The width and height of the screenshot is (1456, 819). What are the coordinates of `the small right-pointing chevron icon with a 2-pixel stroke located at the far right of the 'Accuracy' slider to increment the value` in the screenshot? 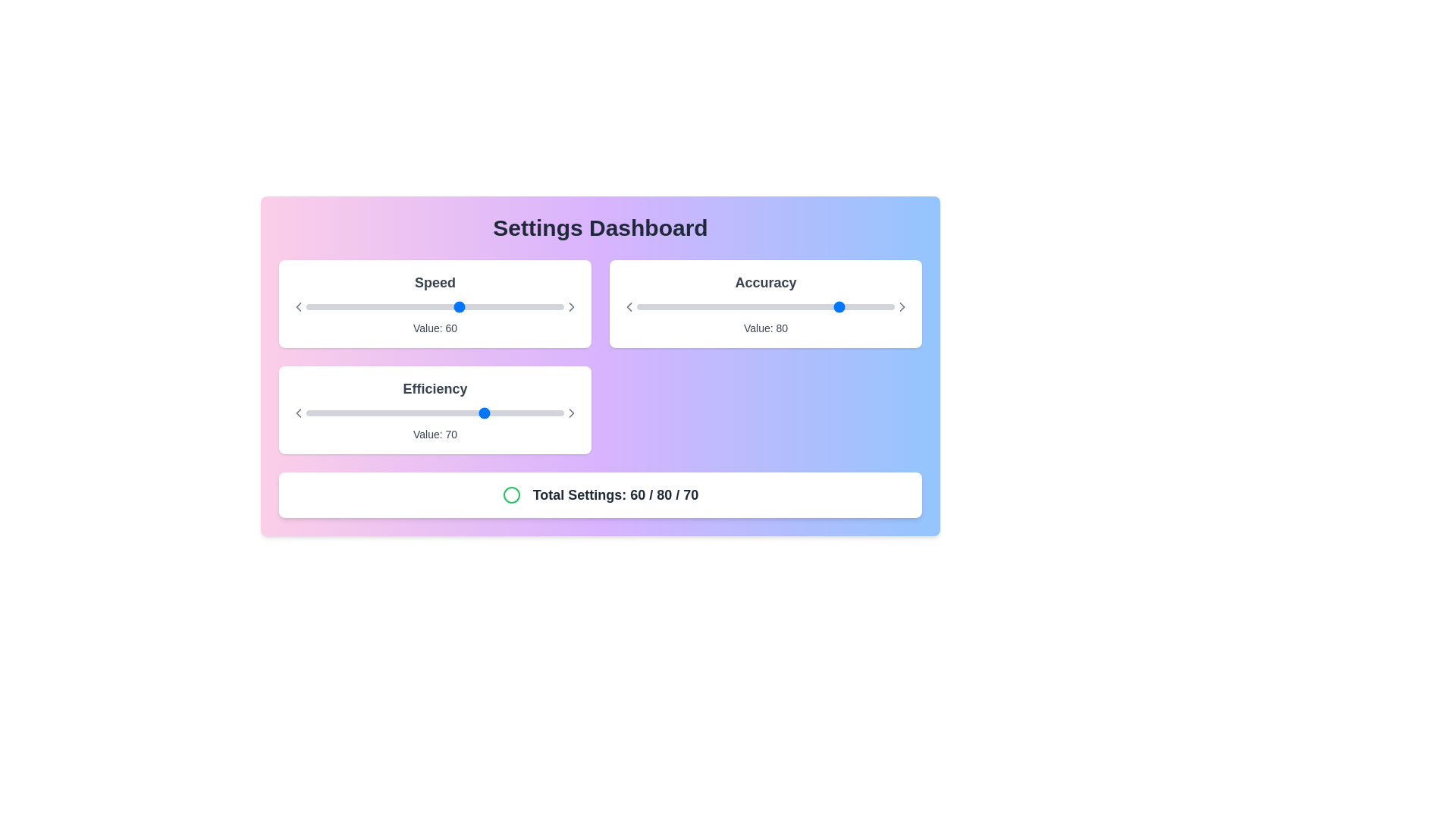 It's located at (902, 307).